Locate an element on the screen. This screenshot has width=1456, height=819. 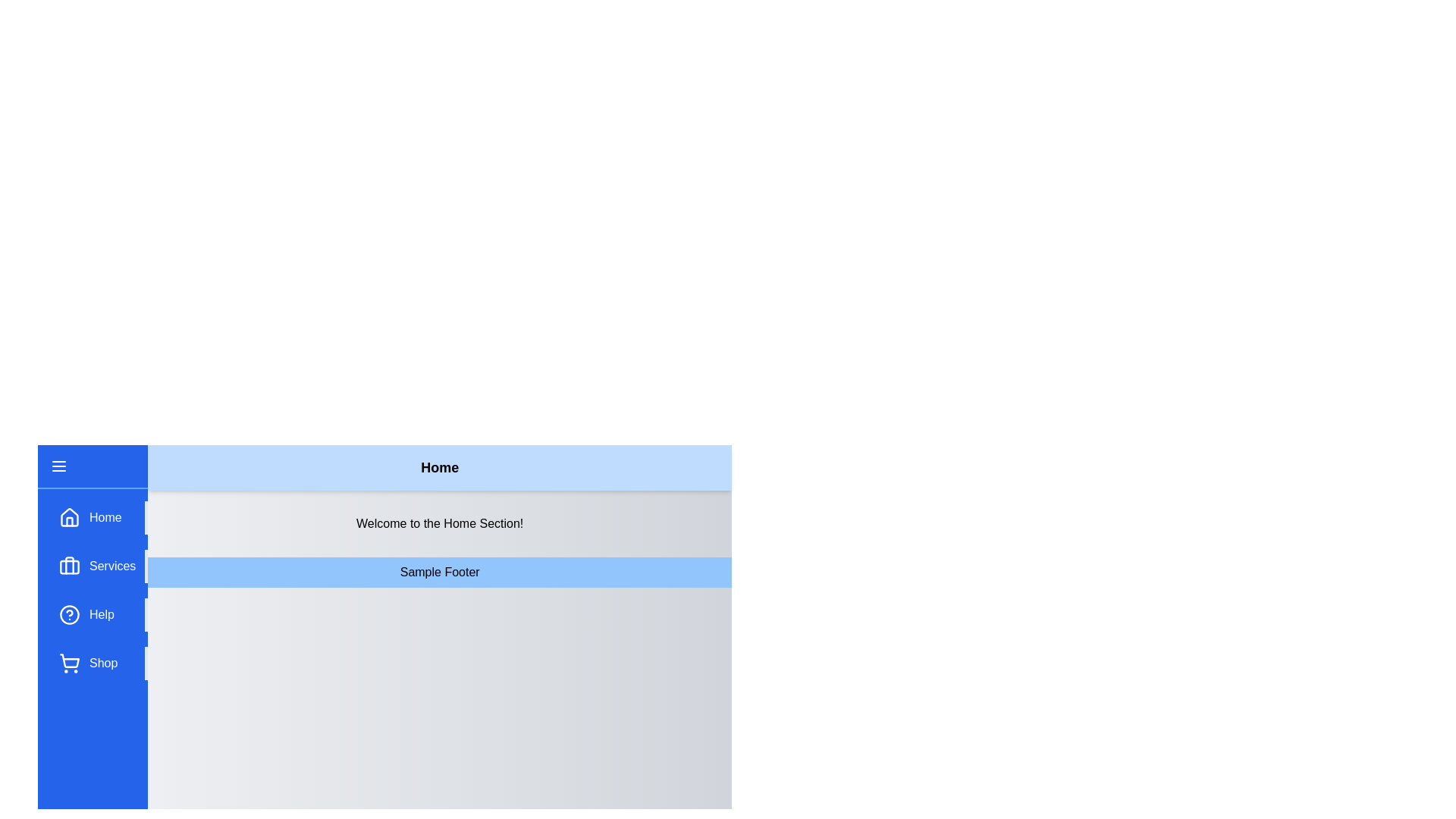
the 'Services' navigation label in the left-side menu, which is positioned below the 'Home' item and to the right of a briefcase icon is located at coordinates (111, 566).